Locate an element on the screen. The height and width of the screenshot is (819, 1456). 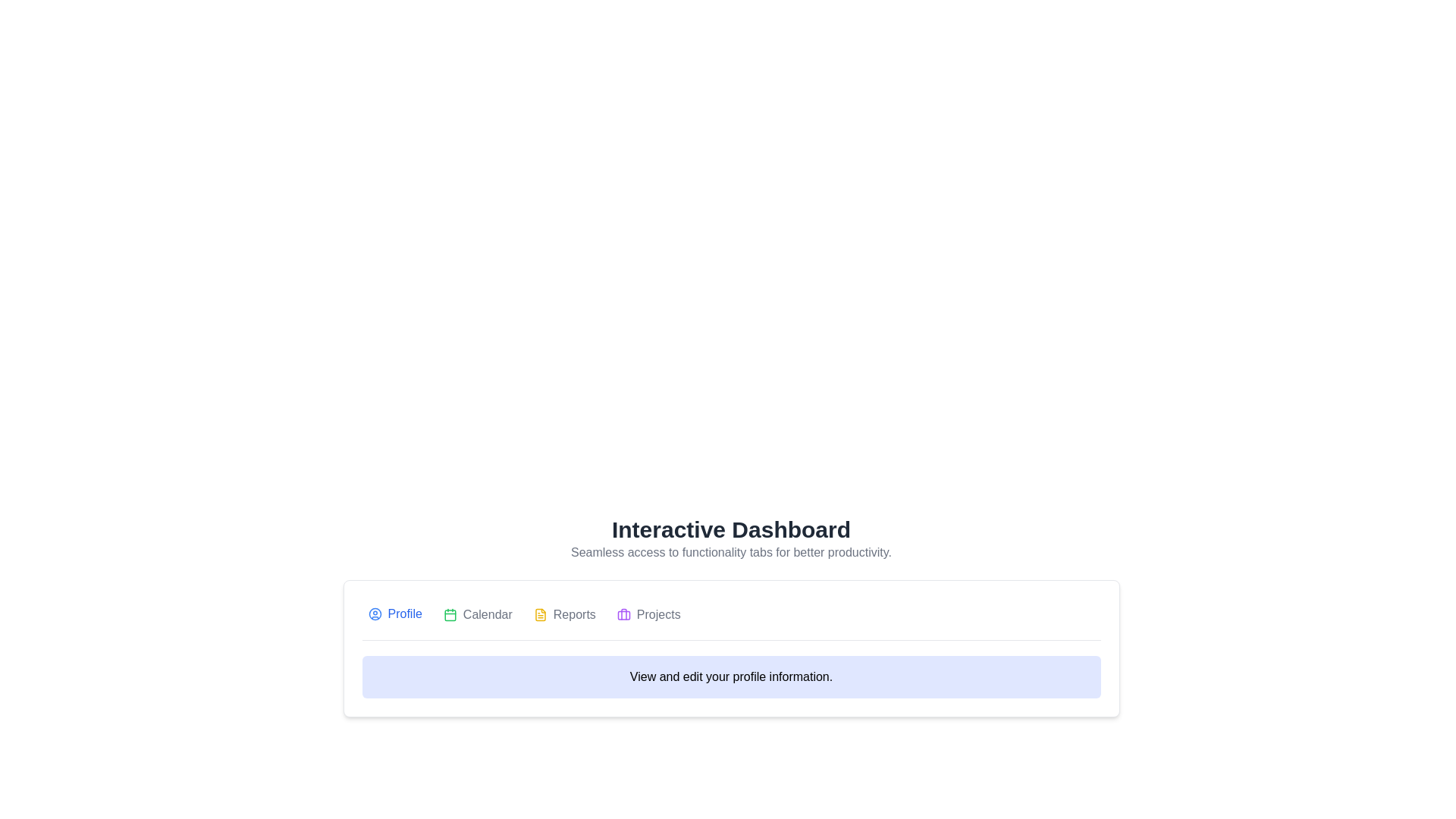
the Text Label labeled 'Projects', which is the fourth tab in a horizontal alignment of tabs, located near a briefcase icon is located at coordinates (658, 614).